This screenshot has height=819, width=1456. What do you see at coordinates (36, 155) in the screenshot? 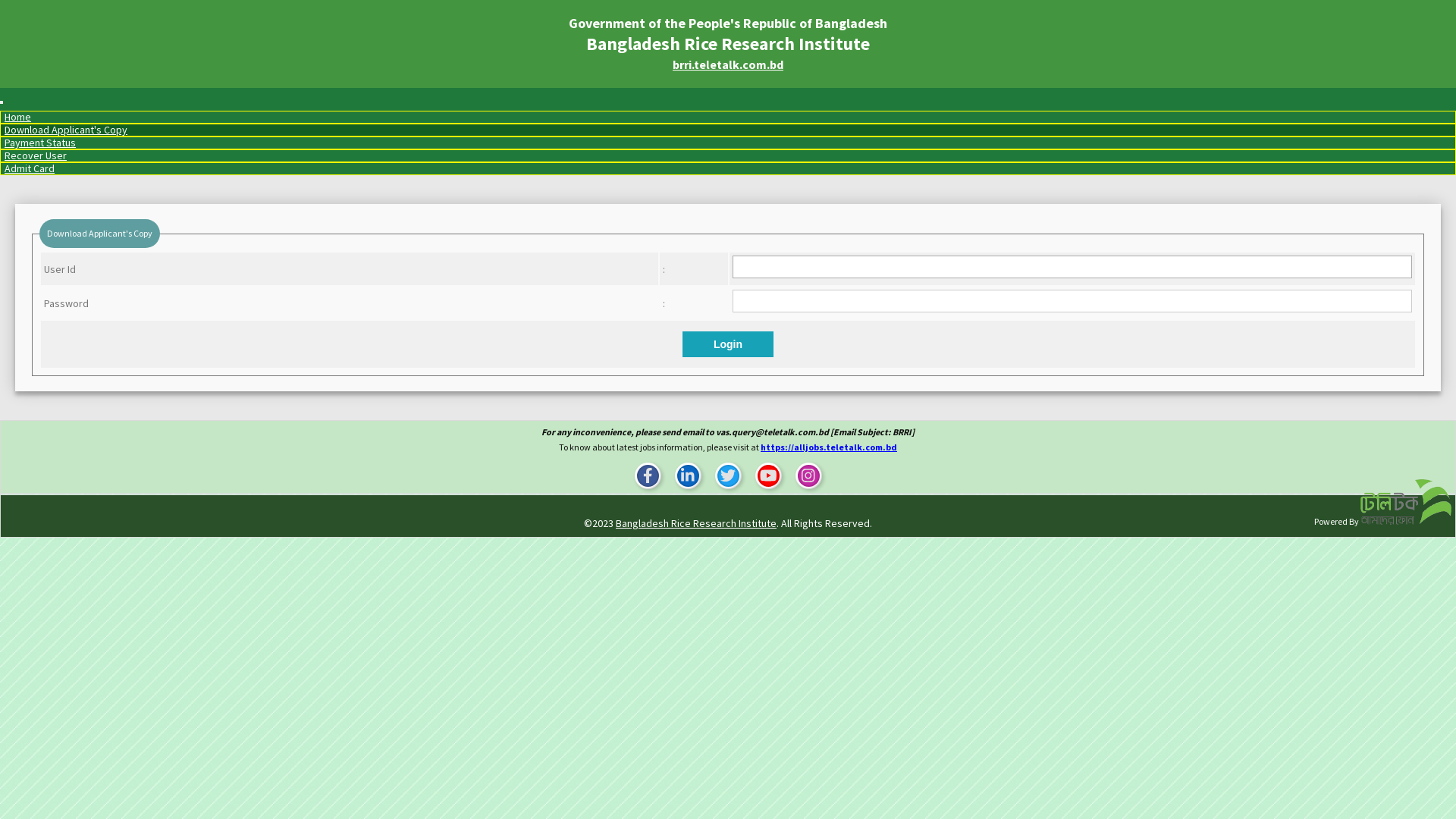
I see `'Recover User'` at bounding box center [36, 155].